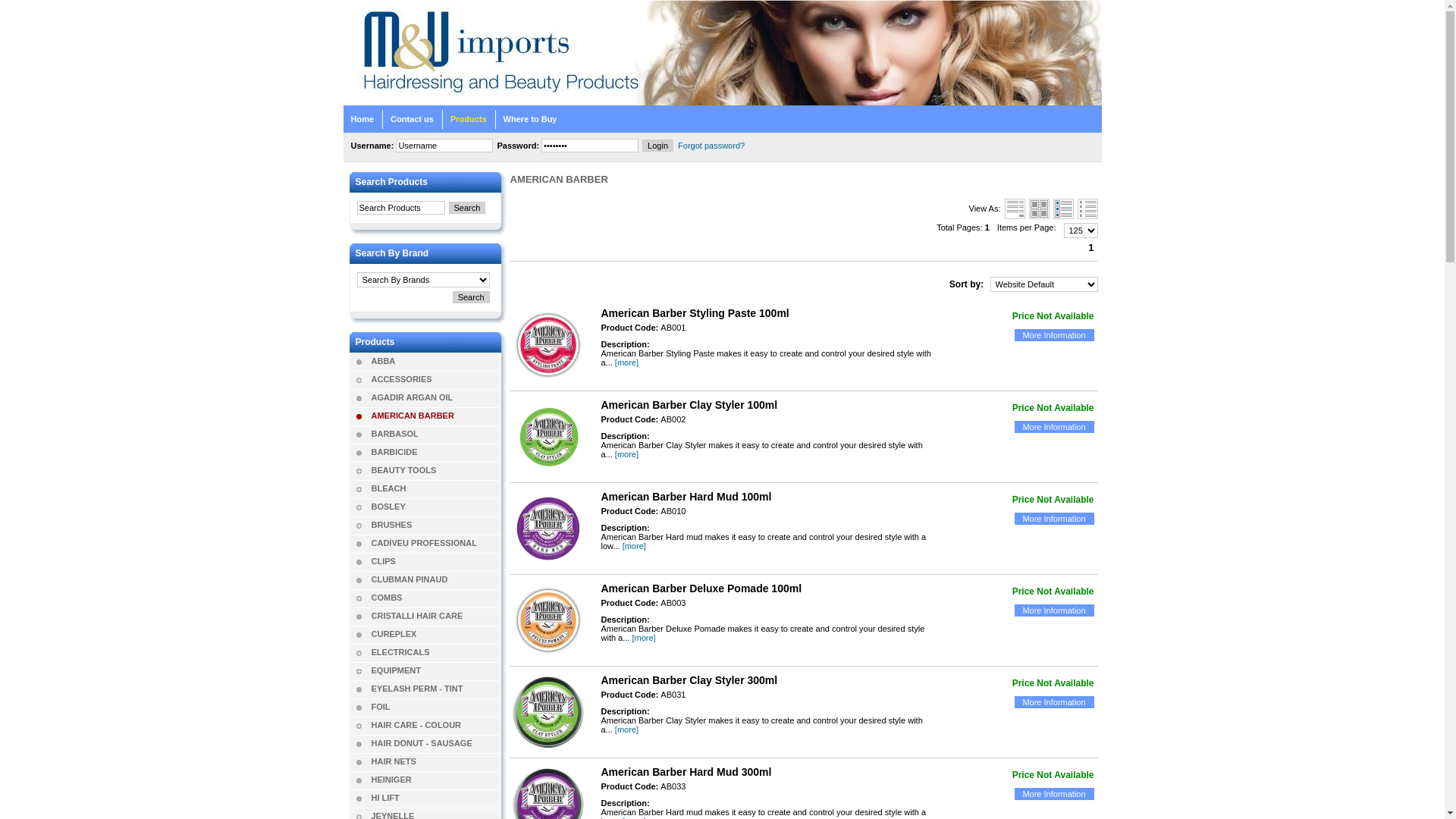  Describe the element at coordinates (435, 579) in the screenshot. I see `'CLUBMAN PINAUD'` at that location.